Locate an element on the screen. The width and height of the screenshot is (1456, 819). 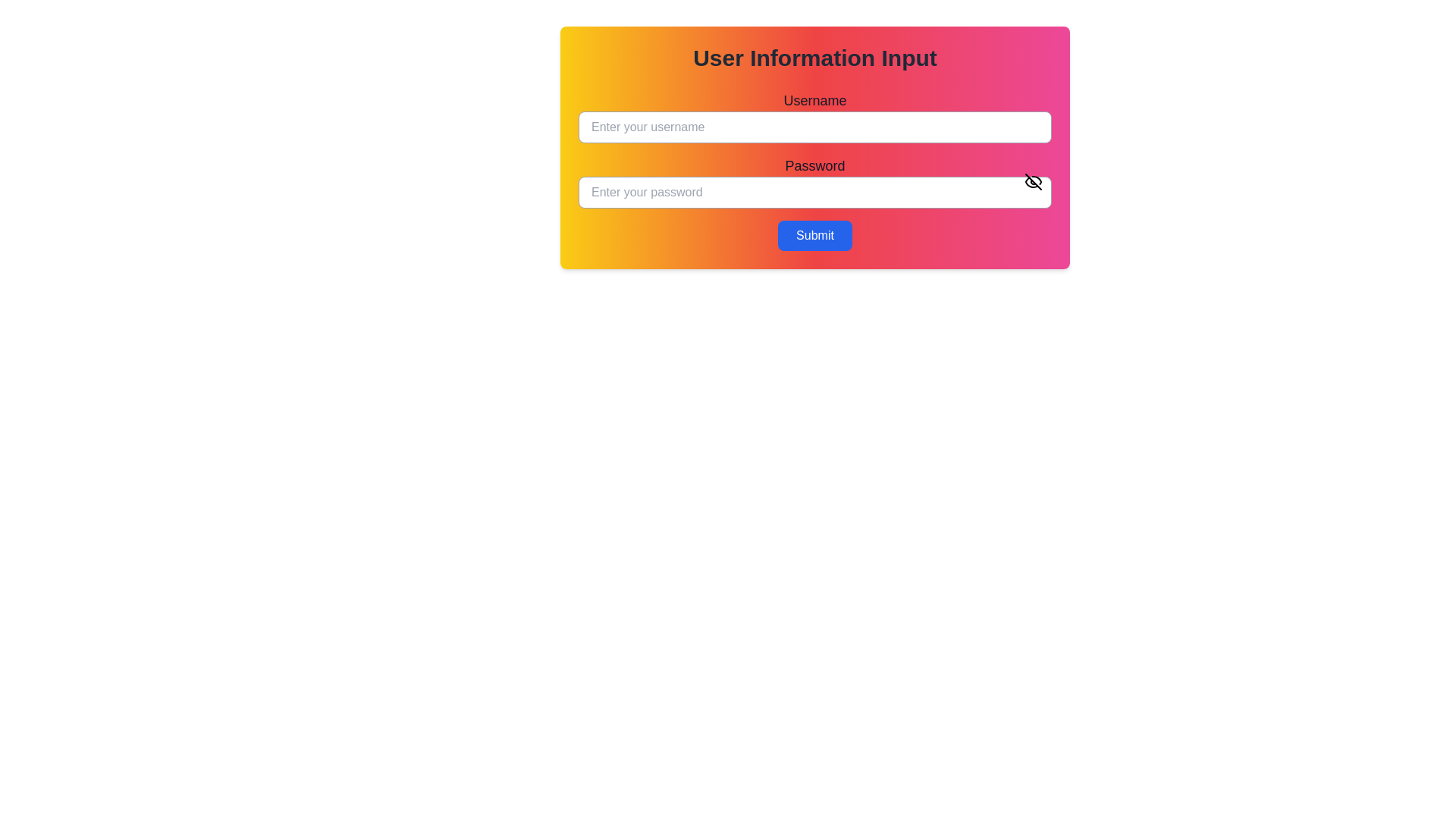
the Icon button located to the right of the 'Password' input field is located at coordinates (1033, 180).